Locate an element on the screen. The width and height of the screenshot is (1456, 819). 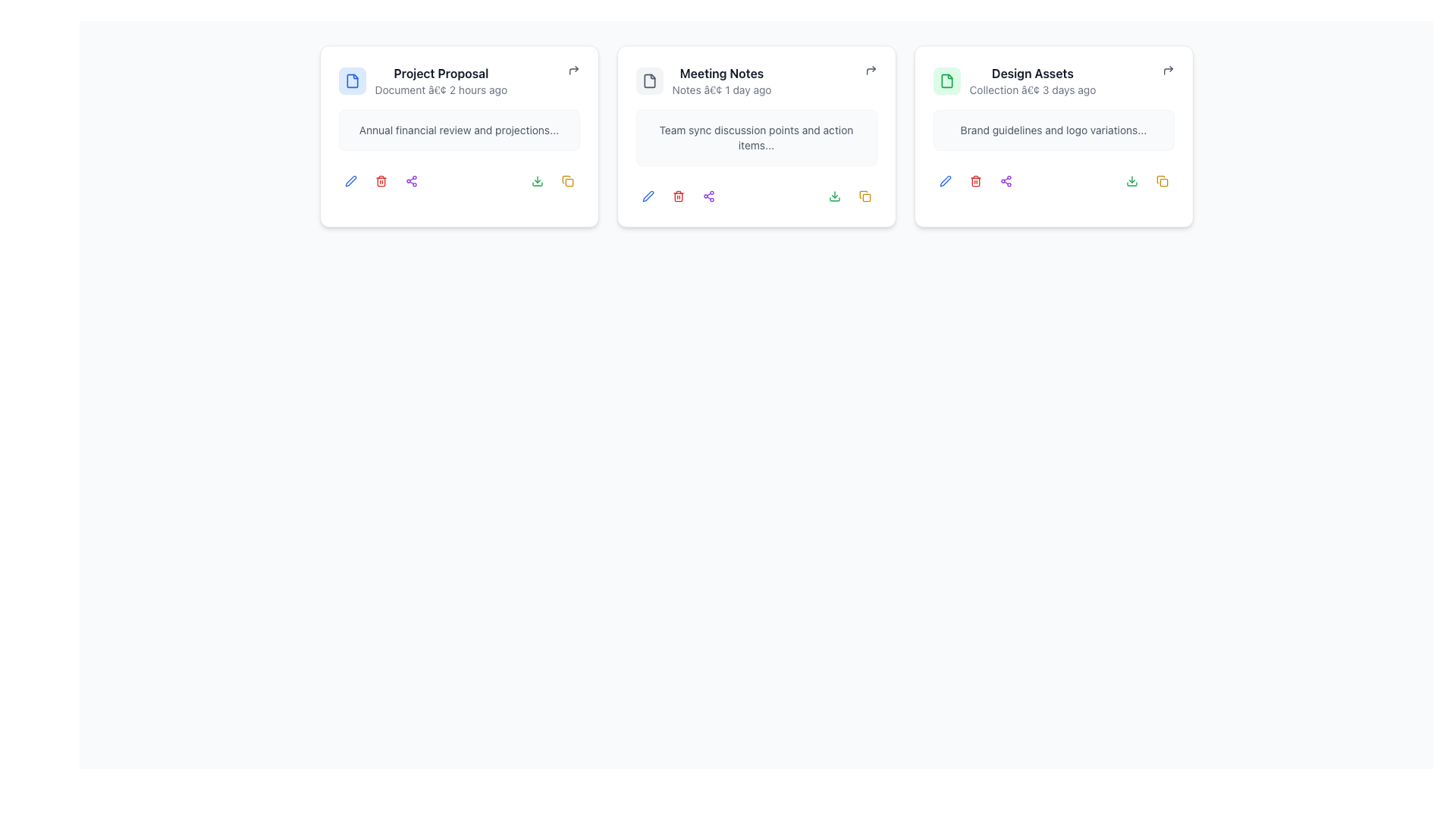
the 'copy' icon button located in the bottom right corner of the 'Design Assets' card for accessibility navigation is located at coordinates (1161, 180).